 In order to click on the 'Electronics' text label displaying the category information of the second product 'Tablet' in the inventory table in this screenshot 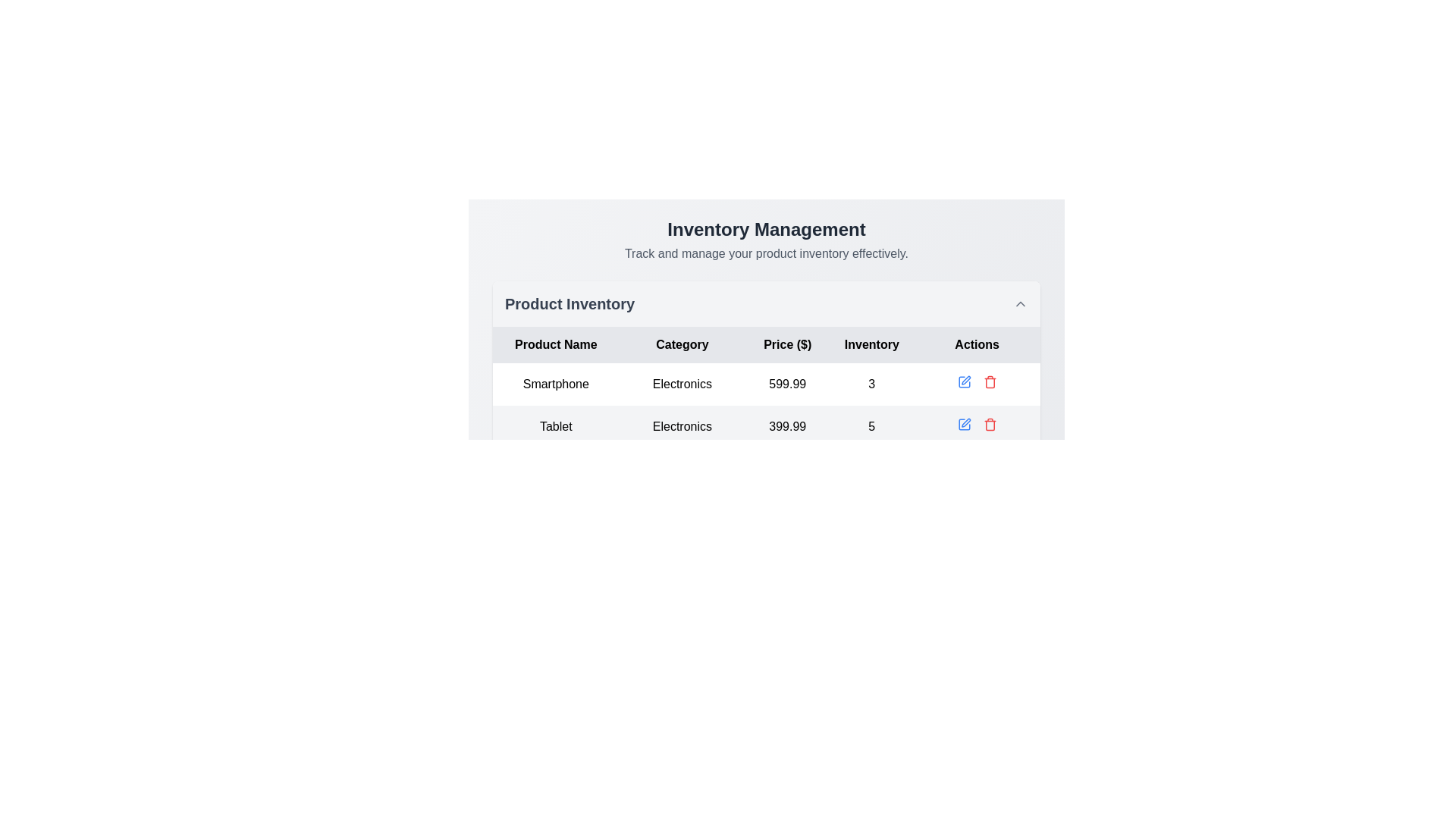, I will do `click(681, 427)`.